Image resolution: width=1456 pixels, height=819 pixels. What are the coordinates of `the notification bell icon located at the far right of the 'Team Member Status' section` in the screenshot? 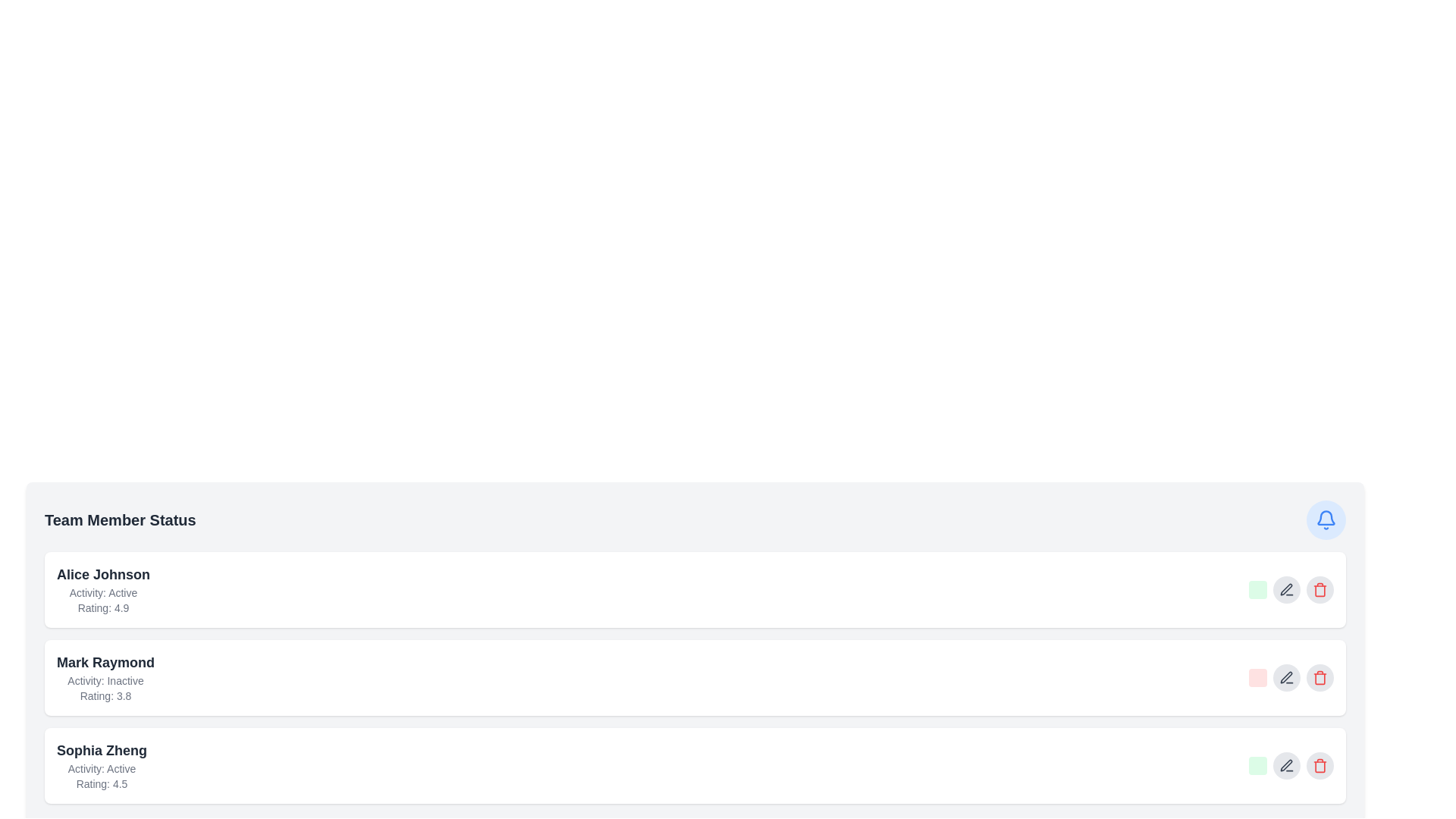 It's located at (1325, 519).